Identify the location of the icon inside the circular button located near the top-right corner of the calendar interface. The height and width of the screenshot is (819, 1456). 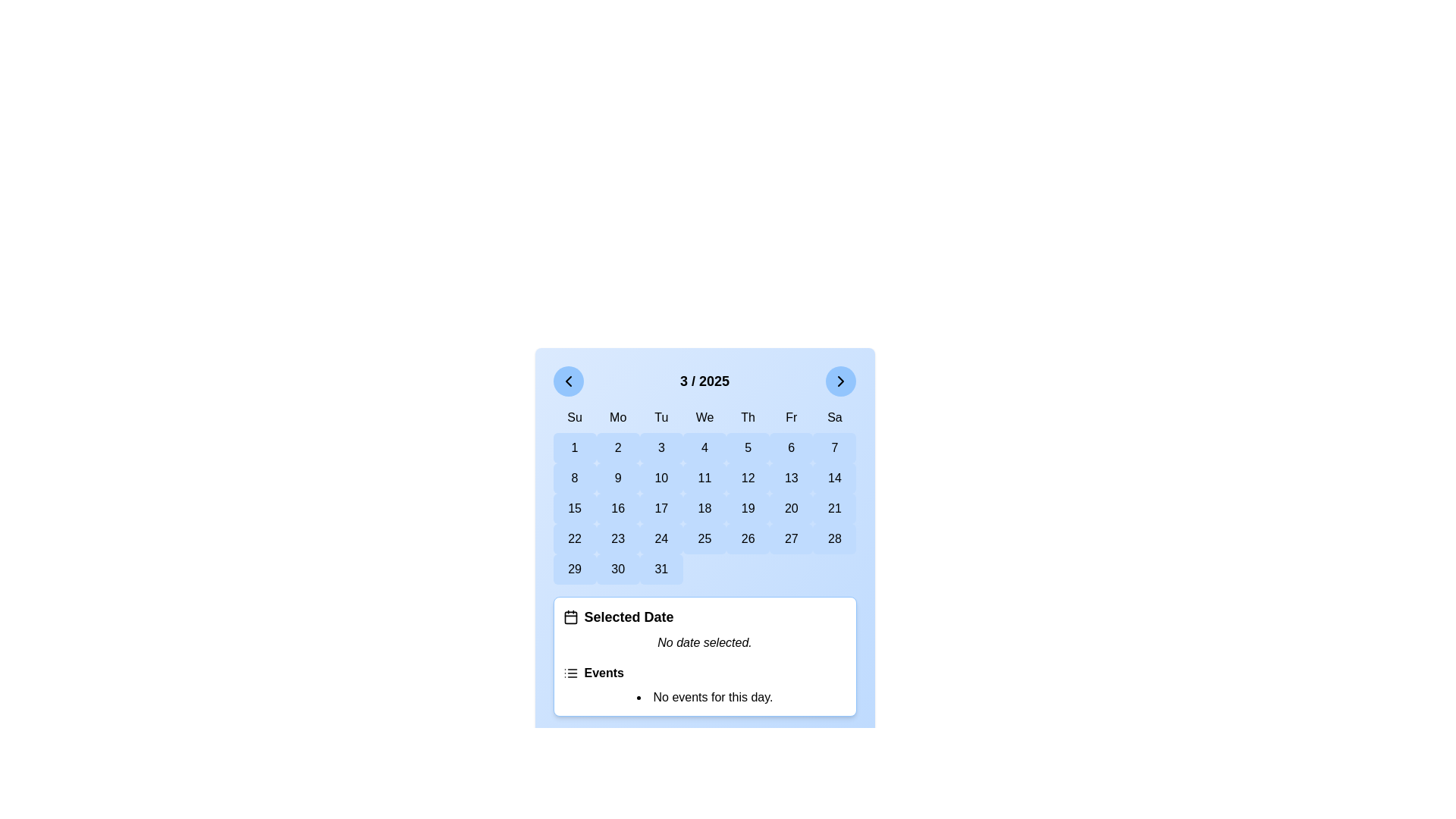
(840, 380).